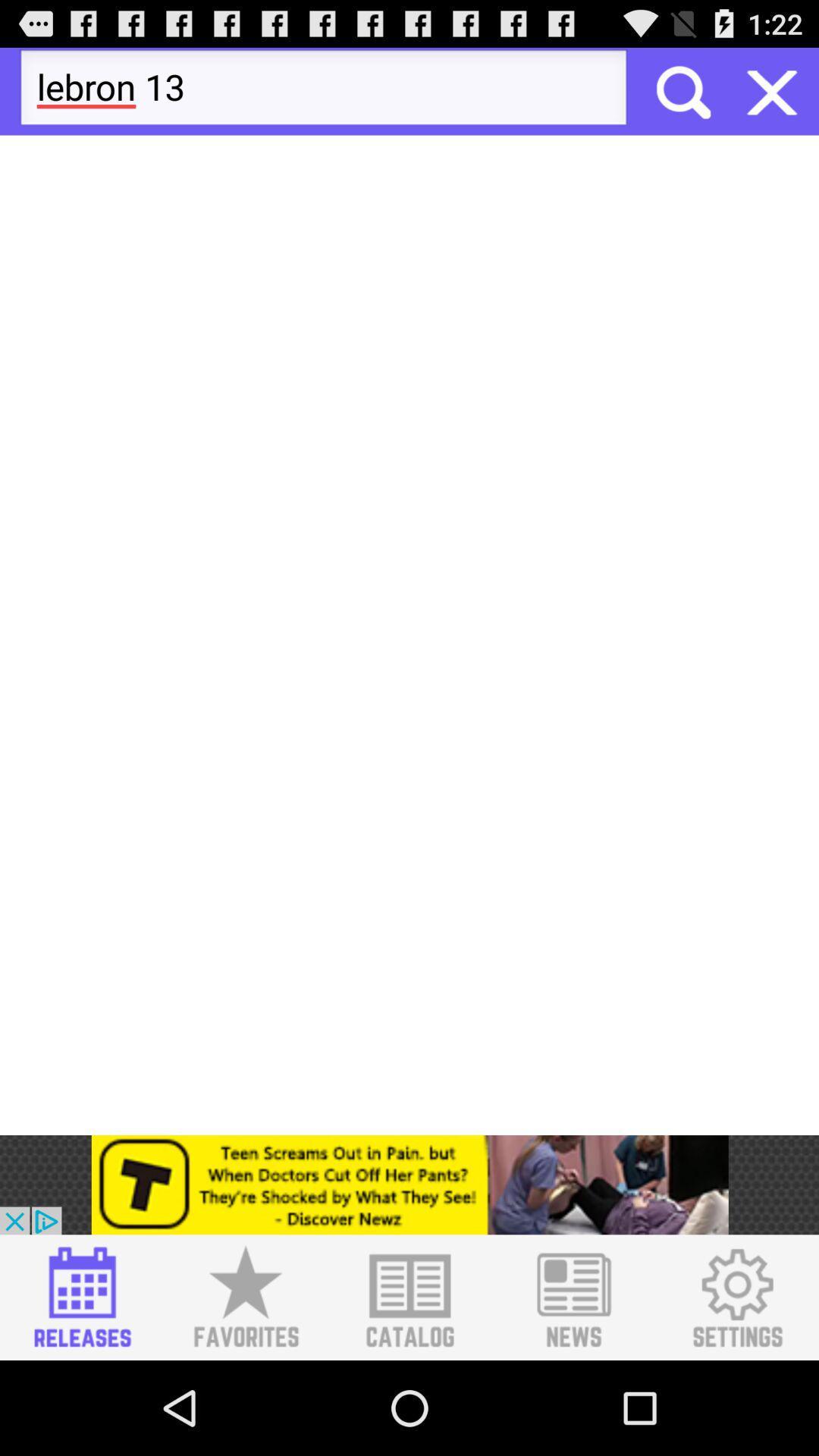 The height and width of the screenshot is (1456, 819). Describe the element at coordinates (736, 1389) in the screenshot. I see `the settings icon` at that location.